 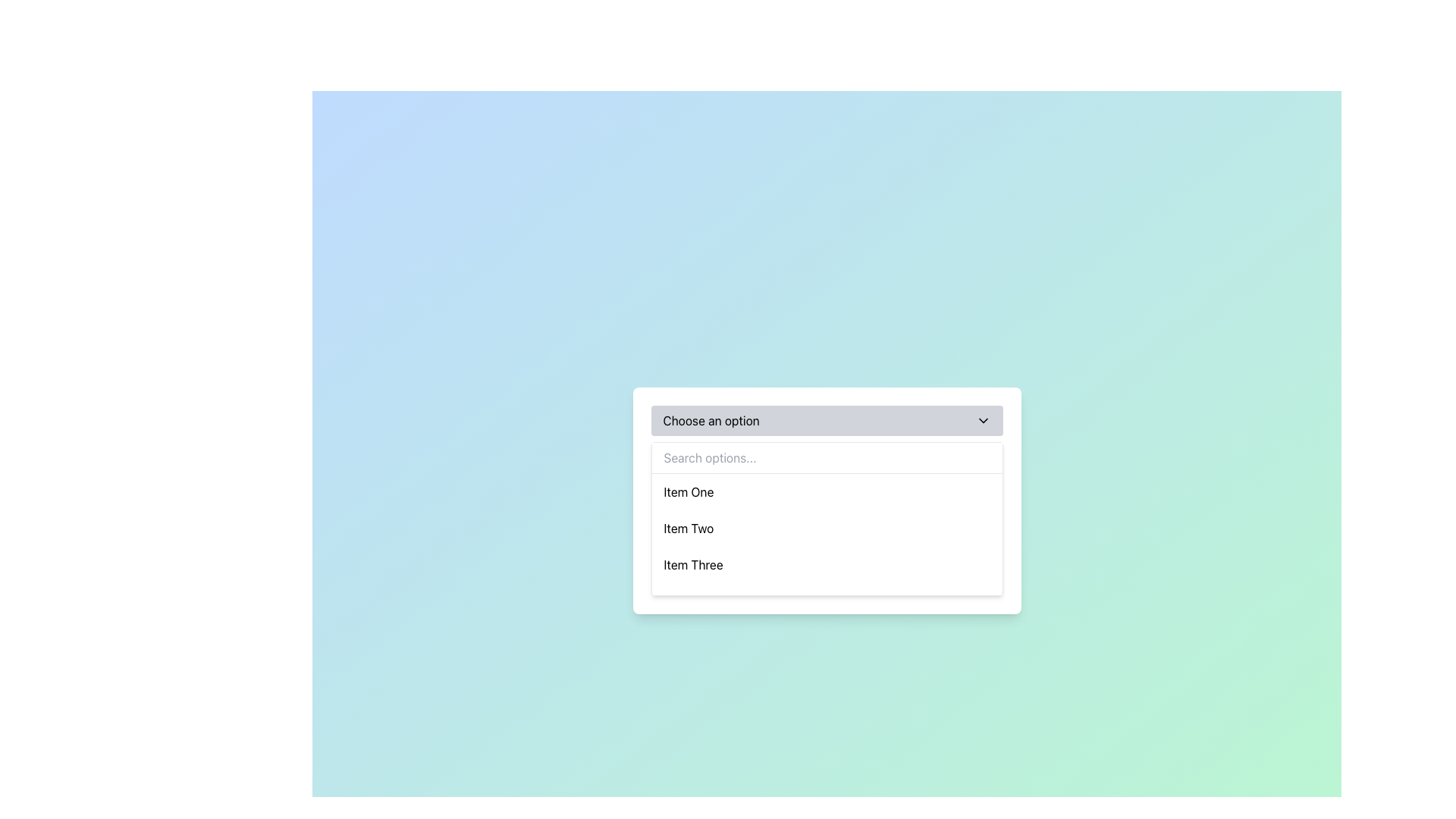 I want to click on the first selectable item in the dropdown menu labeled 'Item One' to trigger its hover state, so click(x=826, y=491).